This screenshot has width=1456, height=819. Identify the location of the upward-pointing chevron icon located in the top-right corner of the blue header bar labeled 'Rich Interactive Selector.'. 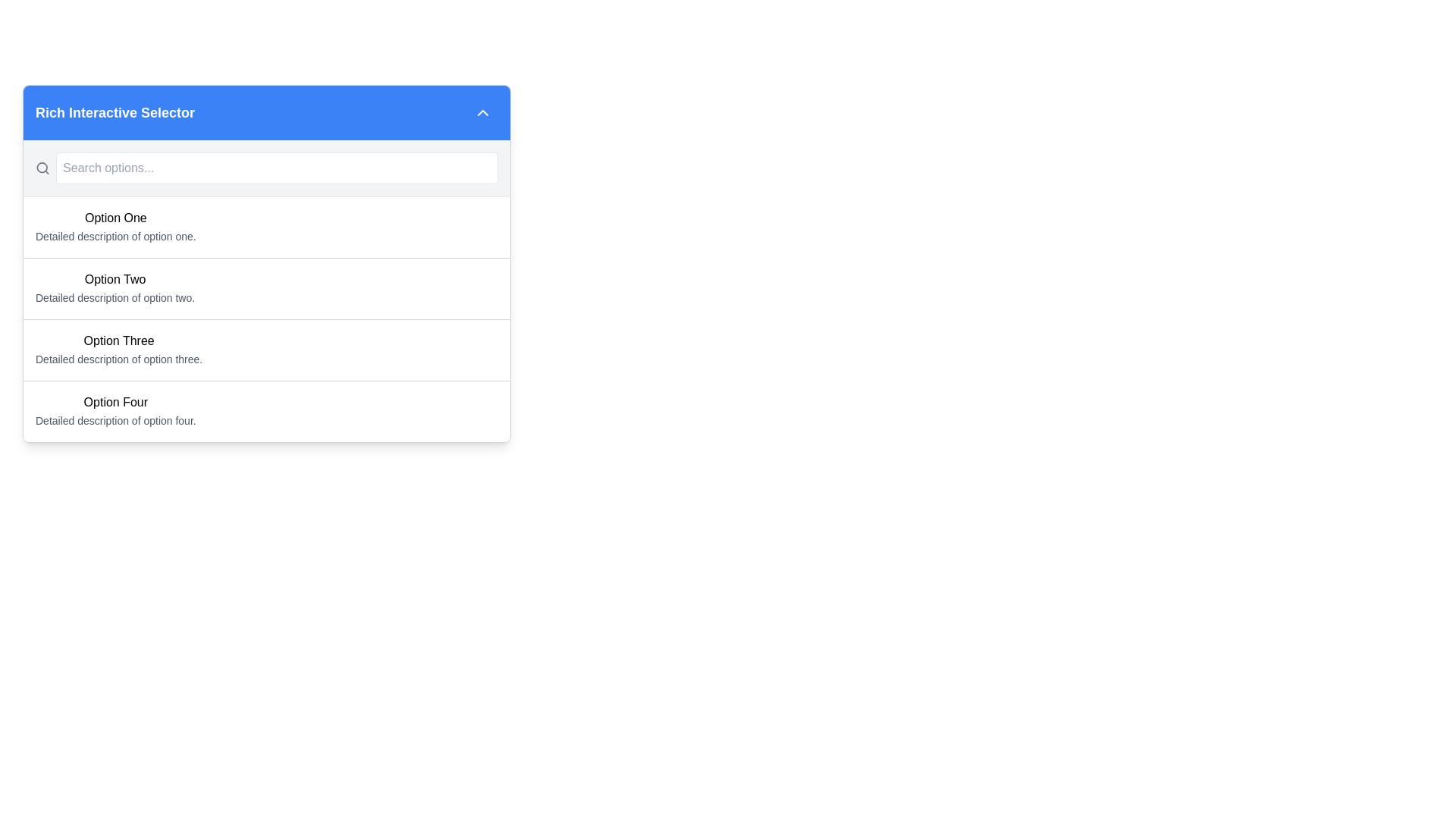
(482, 112).